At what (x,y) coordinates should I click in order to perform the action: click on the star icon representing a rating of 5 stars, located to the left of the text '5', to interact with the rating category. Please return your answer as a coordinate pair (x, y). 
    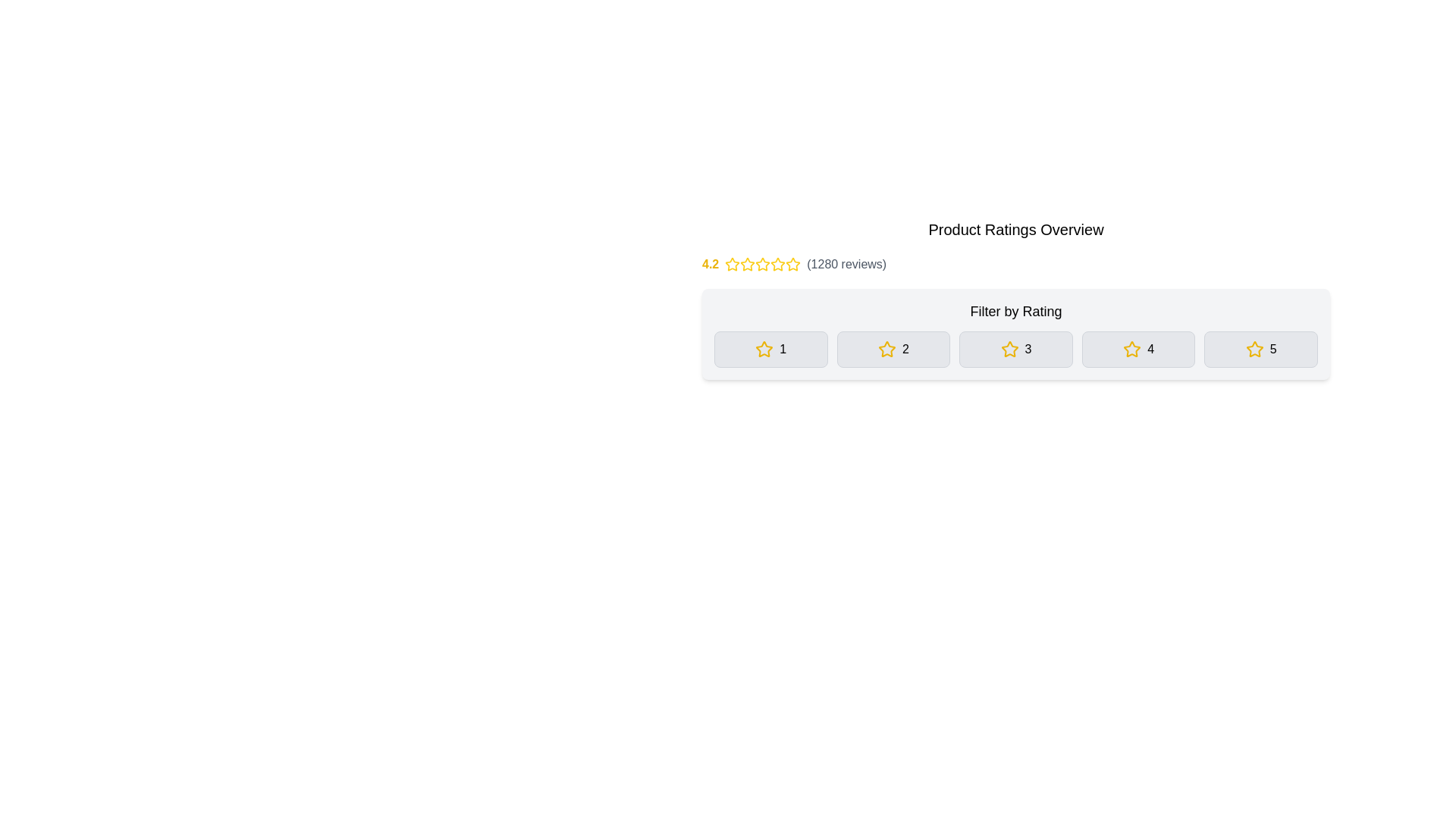
    Looking at the image, I should click on (1254, 350).